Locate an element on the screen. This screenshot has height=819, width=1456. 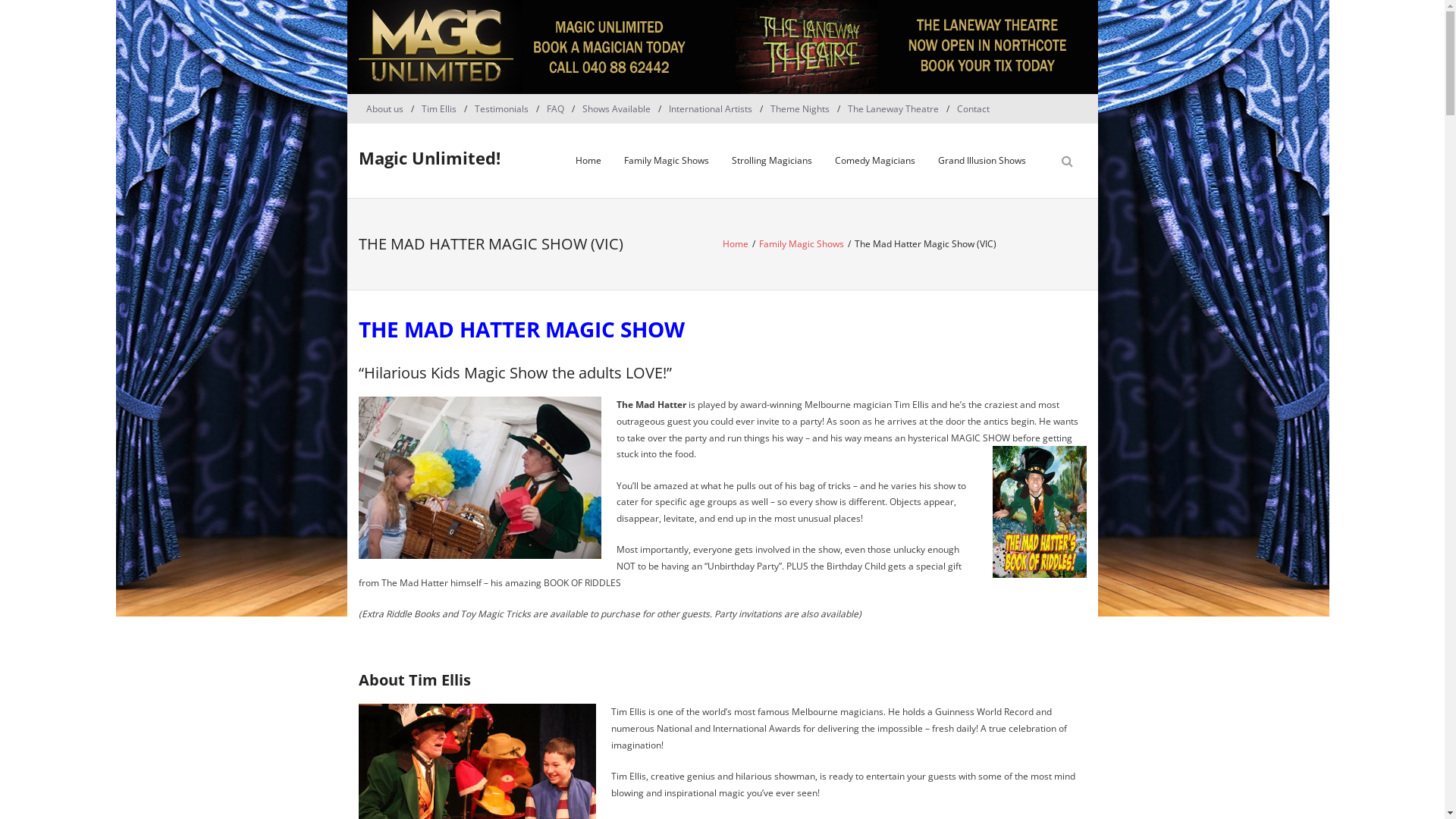
'Magic Unlimited!' is located at coordinates (428, 158).